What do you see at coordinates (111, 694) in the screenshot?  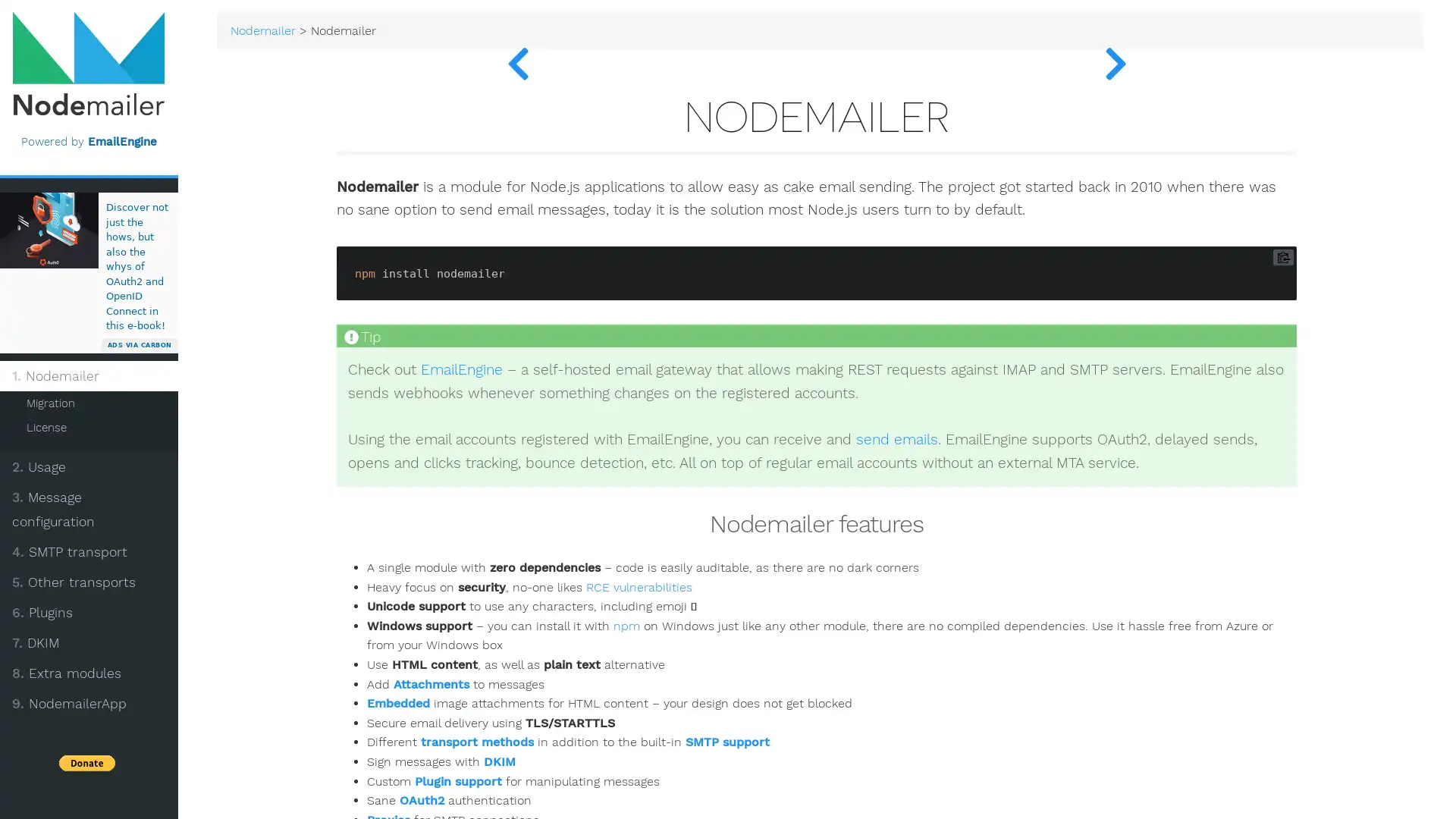 I see `PayPal - The safer, easier way to pay online!` at bounding box center [111, 694].